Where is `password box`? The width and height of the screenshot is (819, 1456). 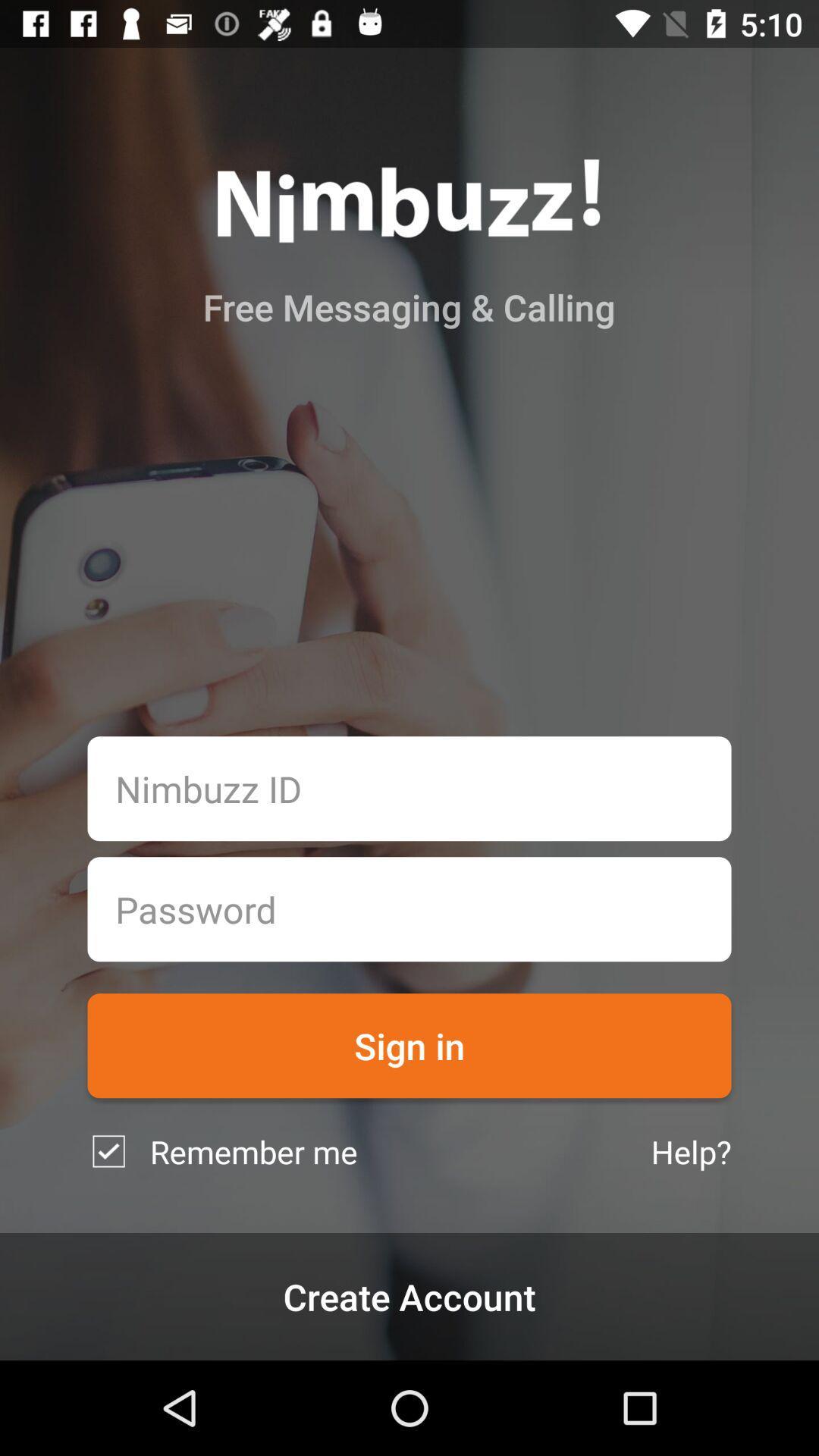
password box is located at coordinates (409, 909).